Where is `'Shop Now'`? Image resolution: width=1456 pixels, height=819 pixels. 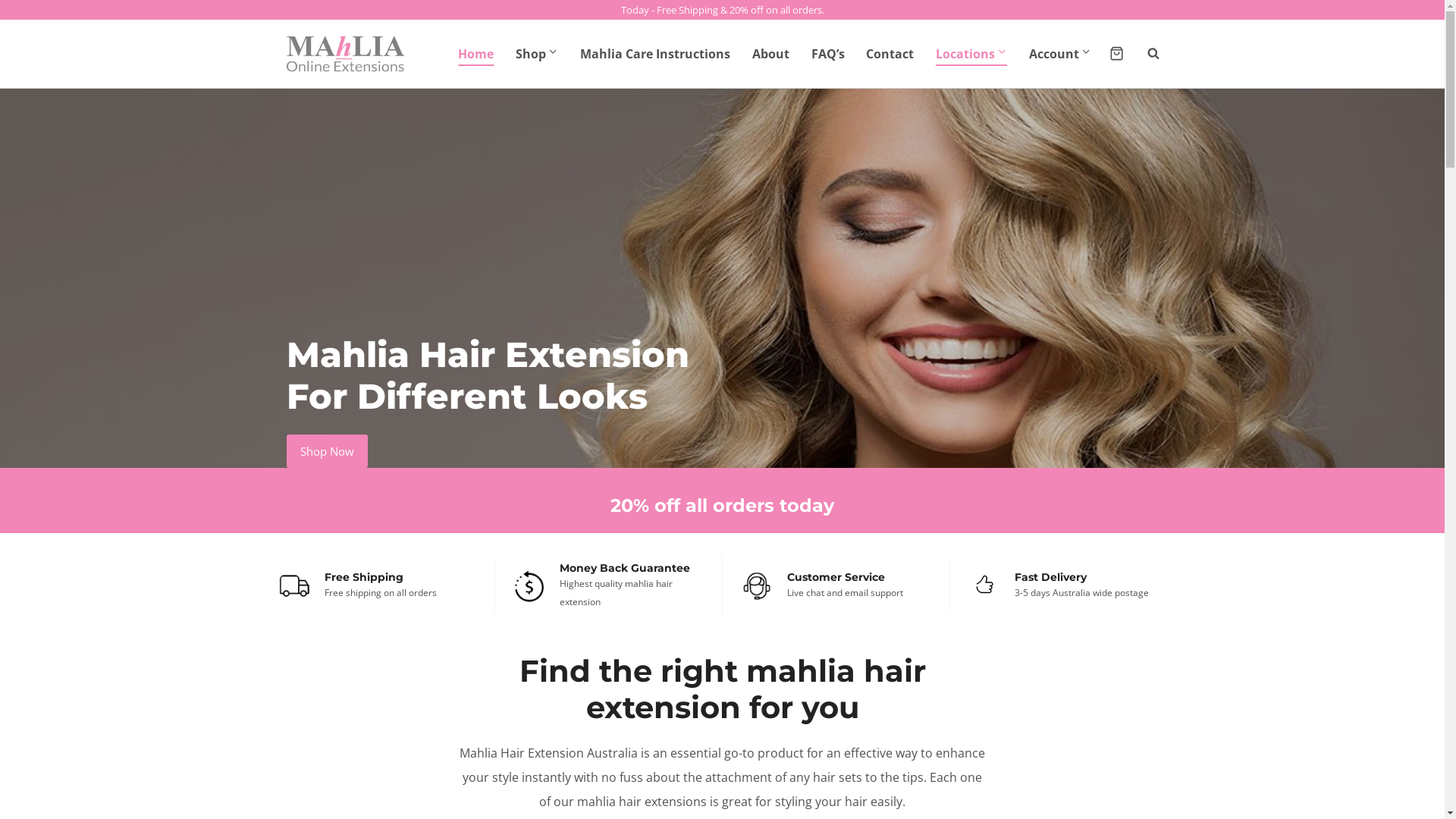 'Shop Now' is located at coordinates (326, 450).